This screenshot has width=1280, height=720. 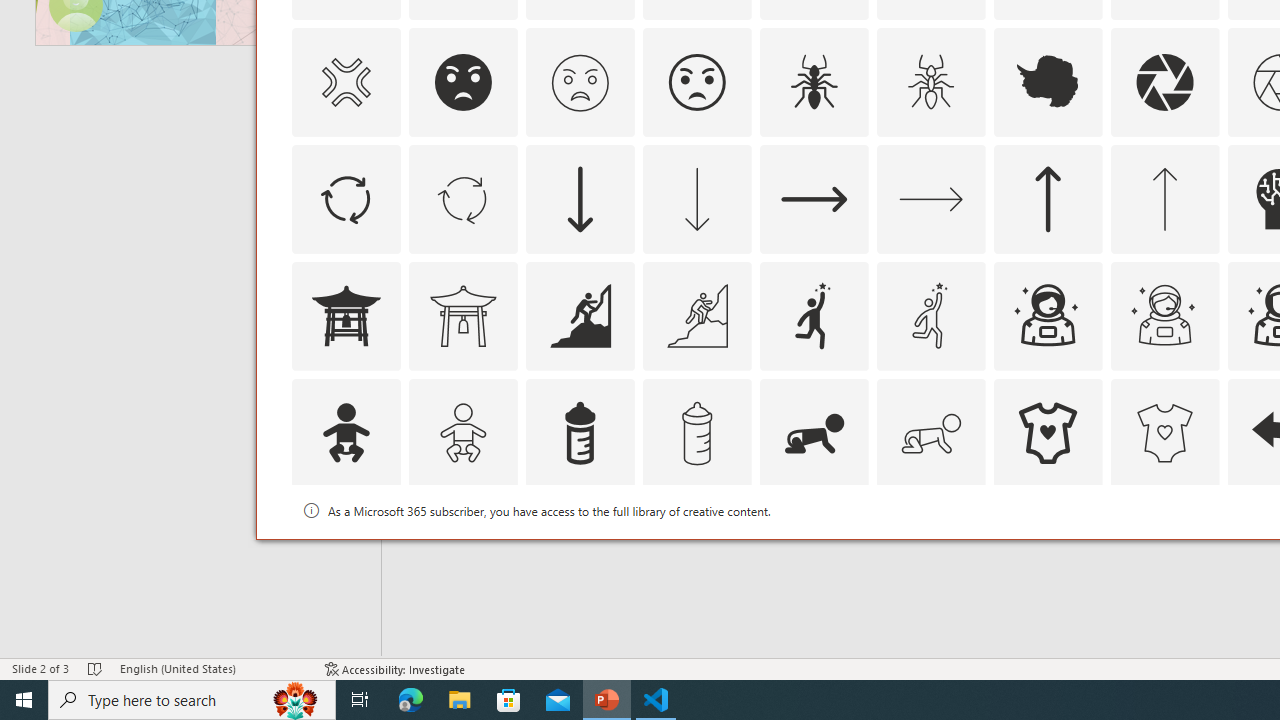 I want to click on 'AutomationID: Icons_ArrowCircle', so click(x=345, y=198).